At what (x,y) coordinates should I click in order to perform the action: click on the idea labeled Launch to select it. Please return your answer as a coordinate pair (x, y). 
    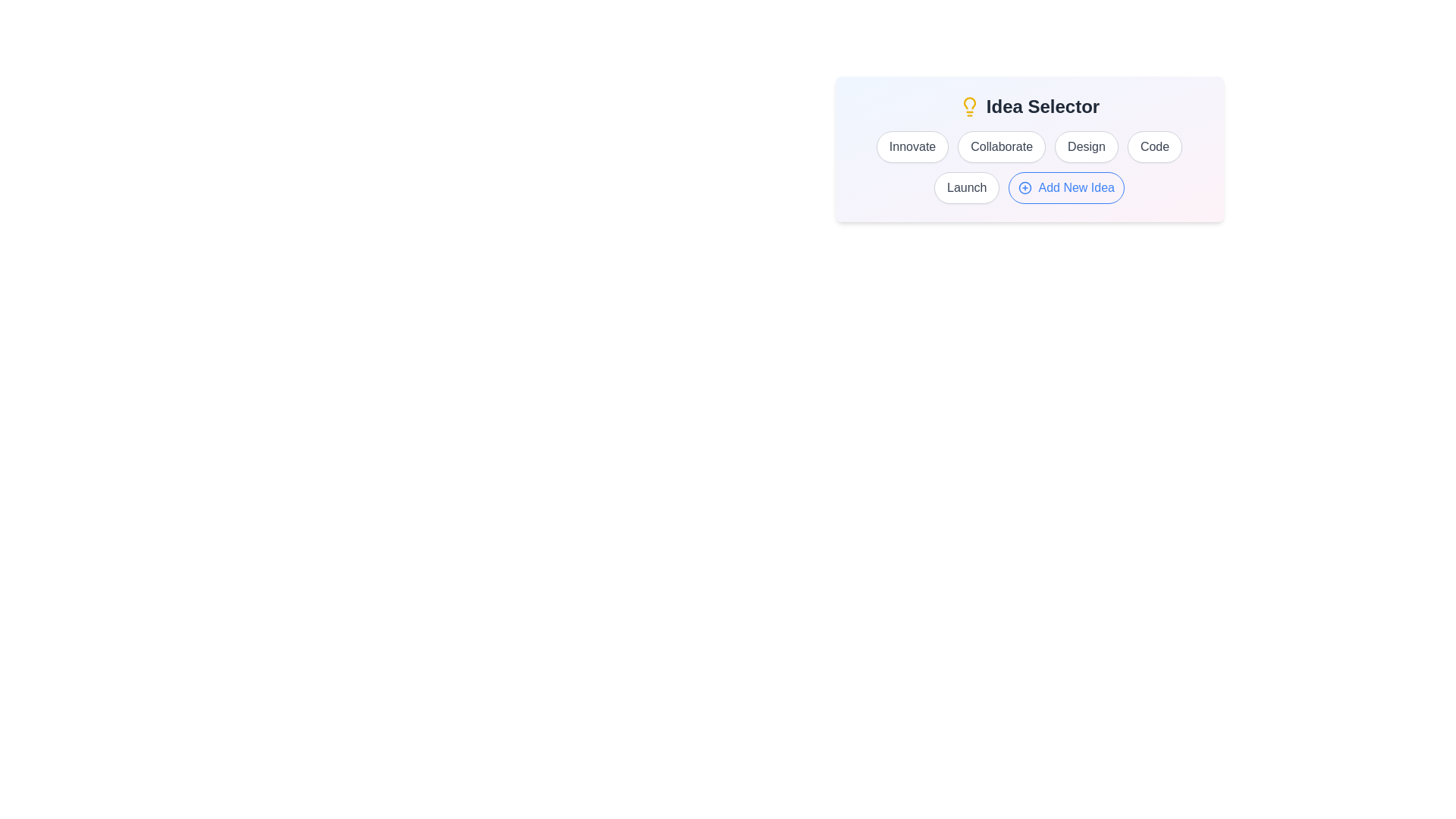
    Looking at the image, I should click on (966, 187).